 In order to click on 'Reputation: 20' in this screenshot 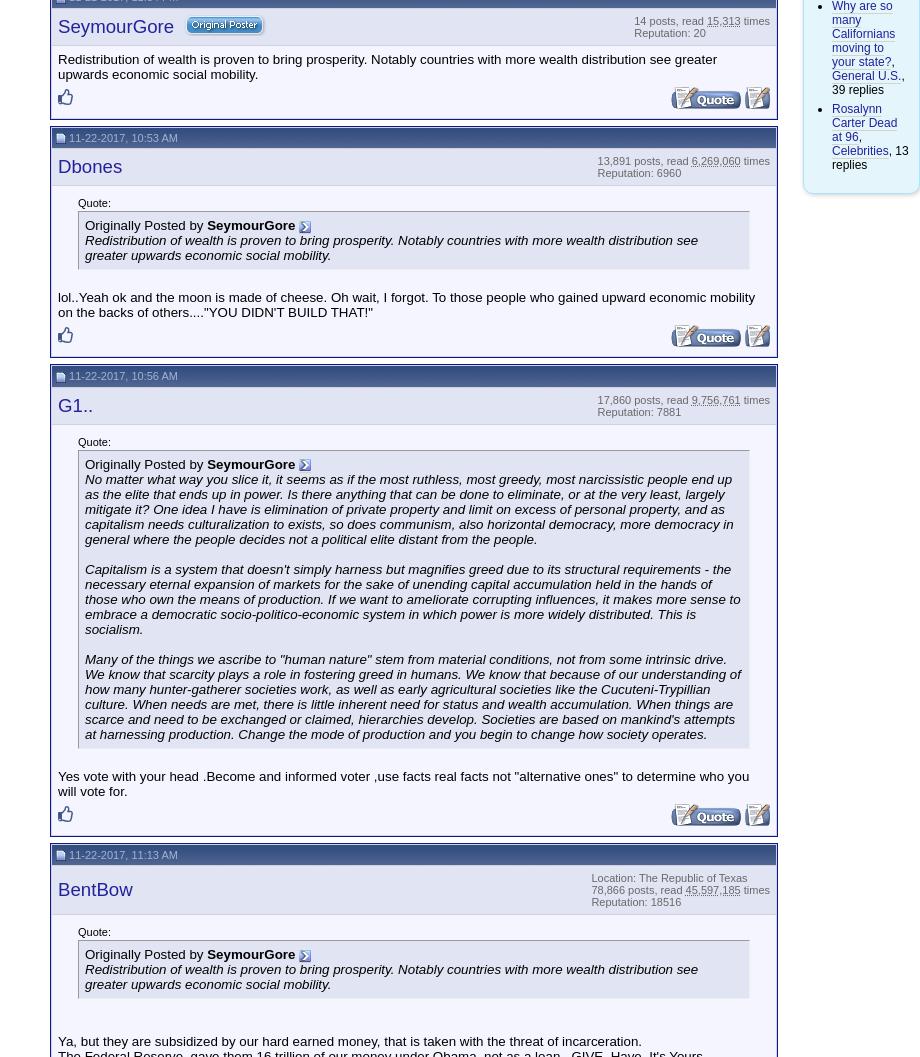, I will do `click(668, 32)`.